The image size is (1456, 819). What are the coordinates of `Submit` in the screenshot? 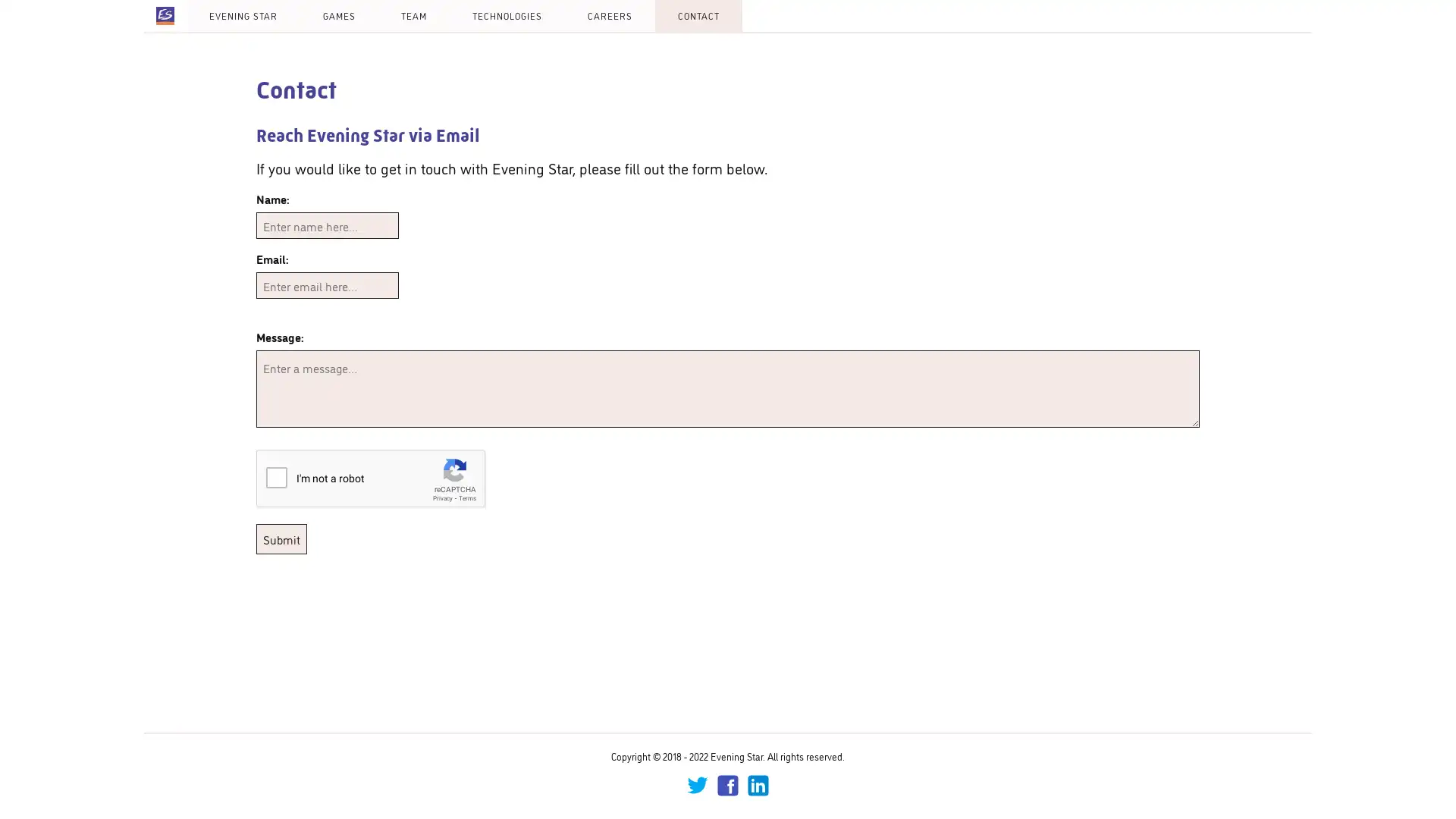 It's located at (281, 538).